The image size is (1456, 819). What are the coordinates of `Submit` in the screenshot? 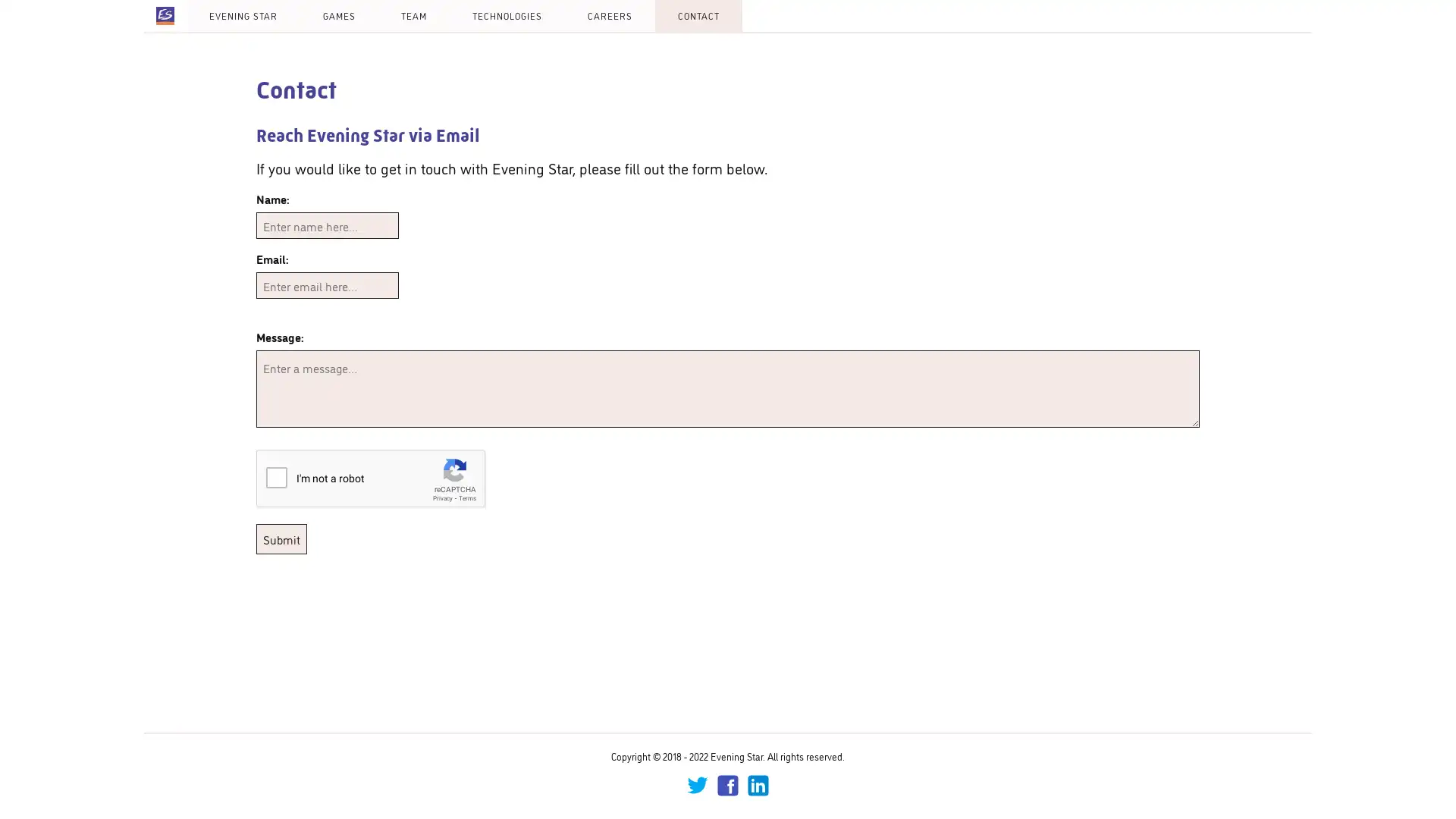 It's located at (281, 538).